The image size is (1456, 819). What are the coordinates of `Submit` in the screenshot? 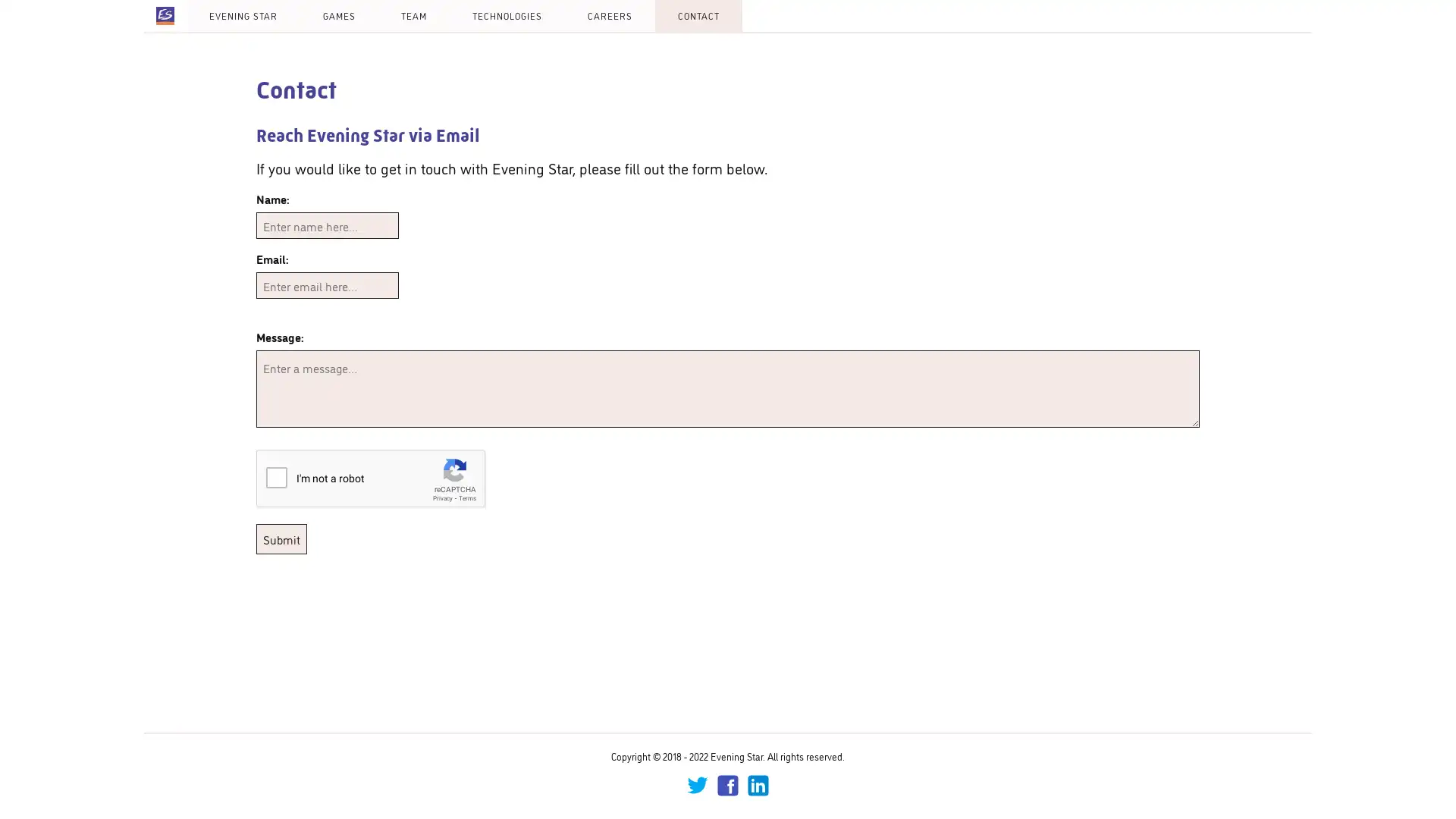 It's located at (281, 538).